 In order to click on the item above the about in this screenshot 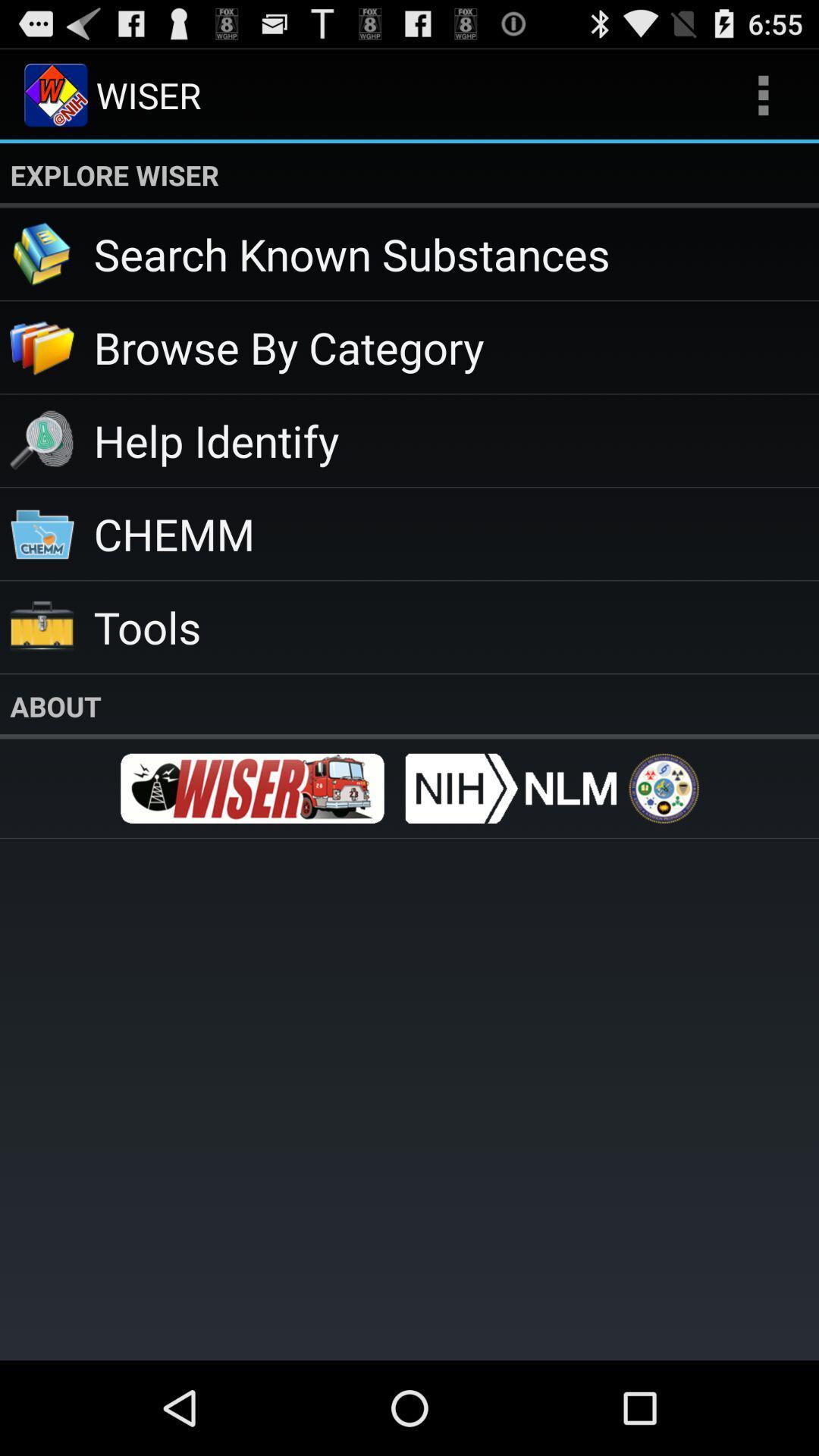, I will do `click(455, 626)`.